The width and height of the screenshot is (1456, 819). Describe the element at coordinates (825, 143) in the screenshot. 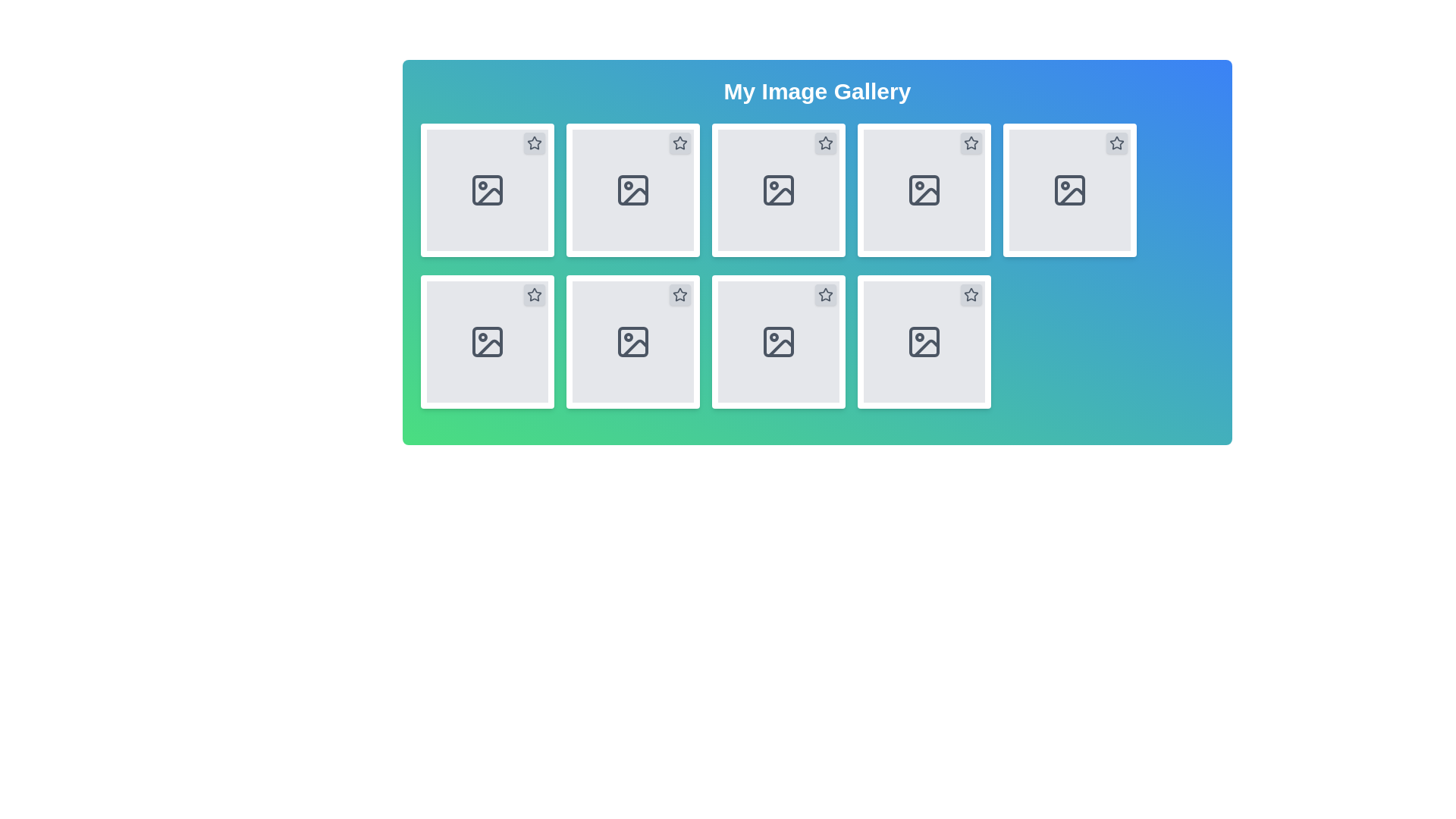

I see `the Interactive icon button located at the top right corner of the white square card in the second column of the first row of the grid layout` at that location.